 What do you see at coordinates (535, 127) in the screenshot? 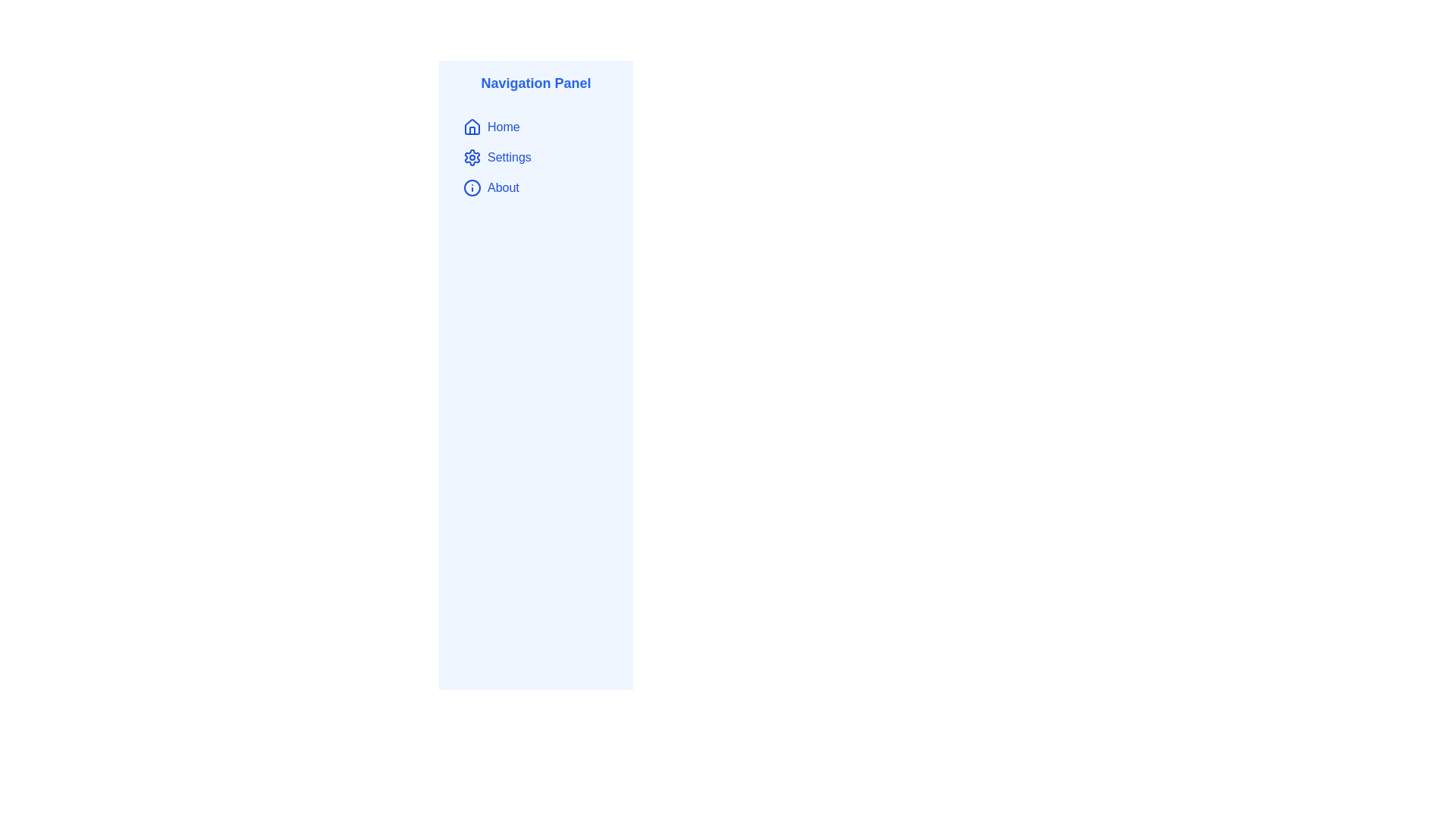
I see `the 'Home' navigation button located at the top of the vertically aligned navigation panel` at bounding box center [535, 127].